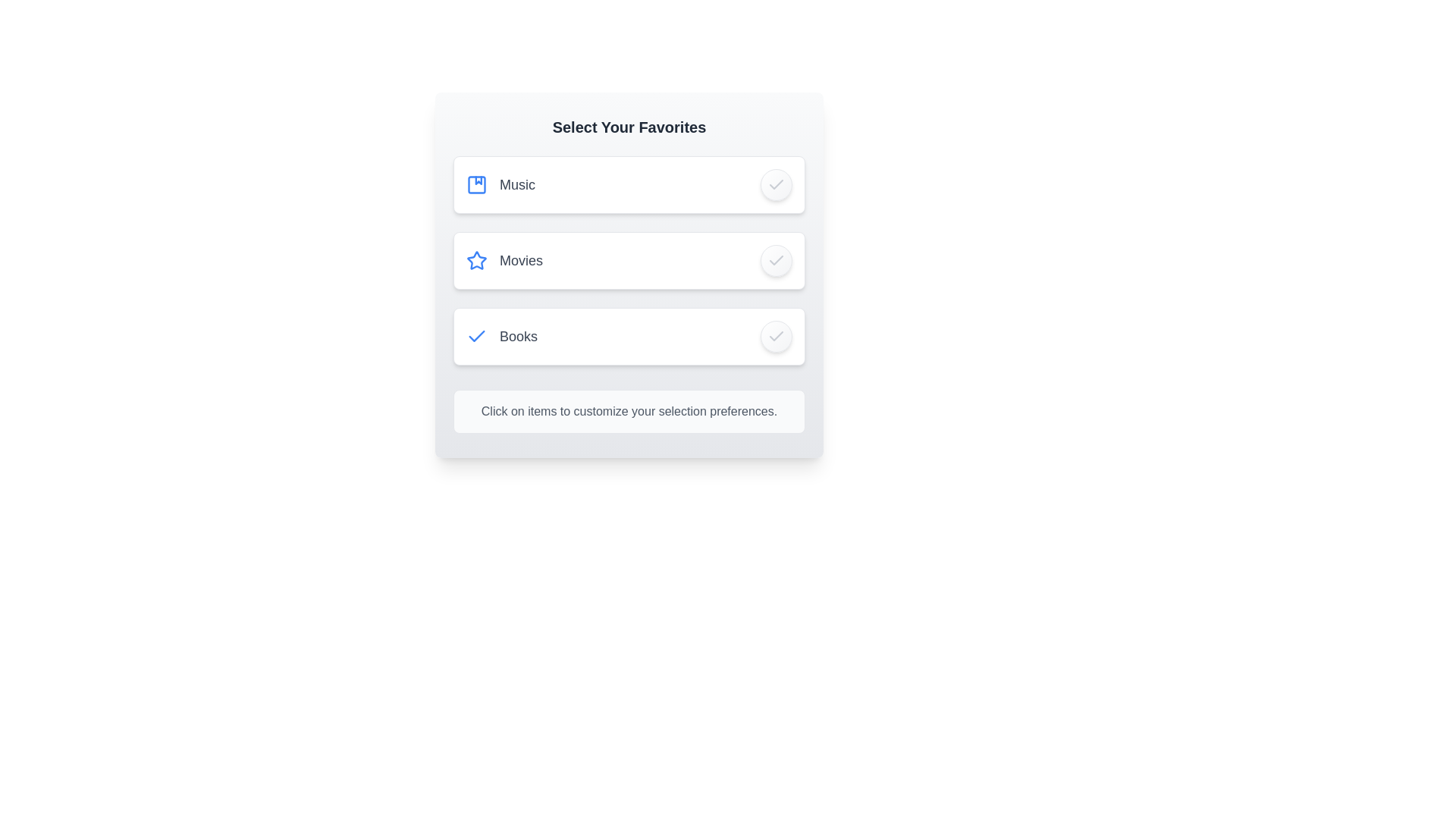 This screenshot has height=819, width=1456. Describe the element at coordinates (475, 335) in the screenshot. I see `the checkmark icon indicating selection in the third row of the list under the title 'Books'` at that location.